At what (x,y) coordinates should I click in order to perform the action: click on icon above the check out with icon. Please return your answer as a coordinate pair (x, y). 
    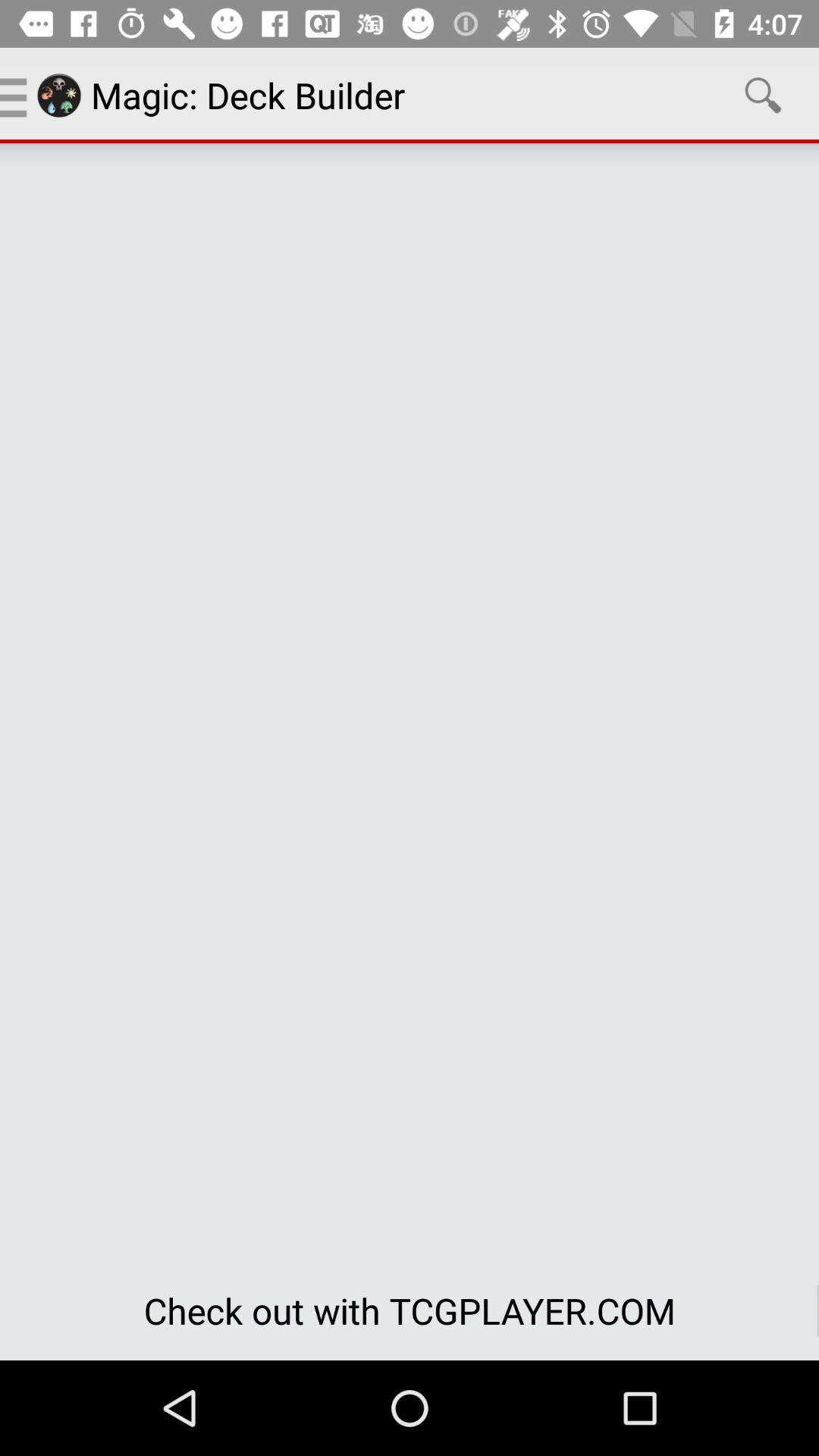
    Looking at the image, I should click on (763, 94).